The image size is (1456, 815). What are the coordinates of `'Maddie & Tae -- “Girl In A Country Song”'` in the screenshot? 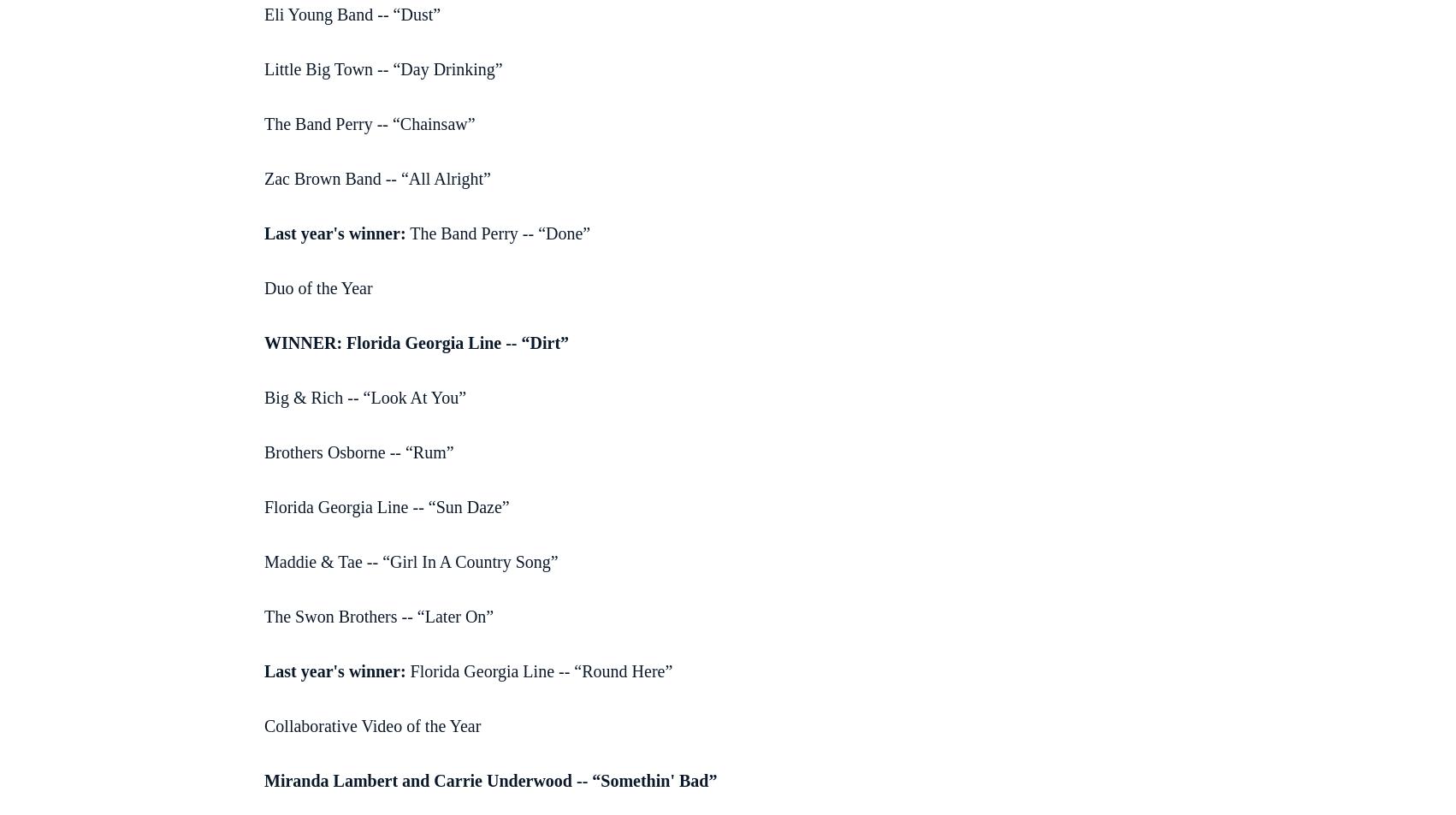 It's located at (410, 561).